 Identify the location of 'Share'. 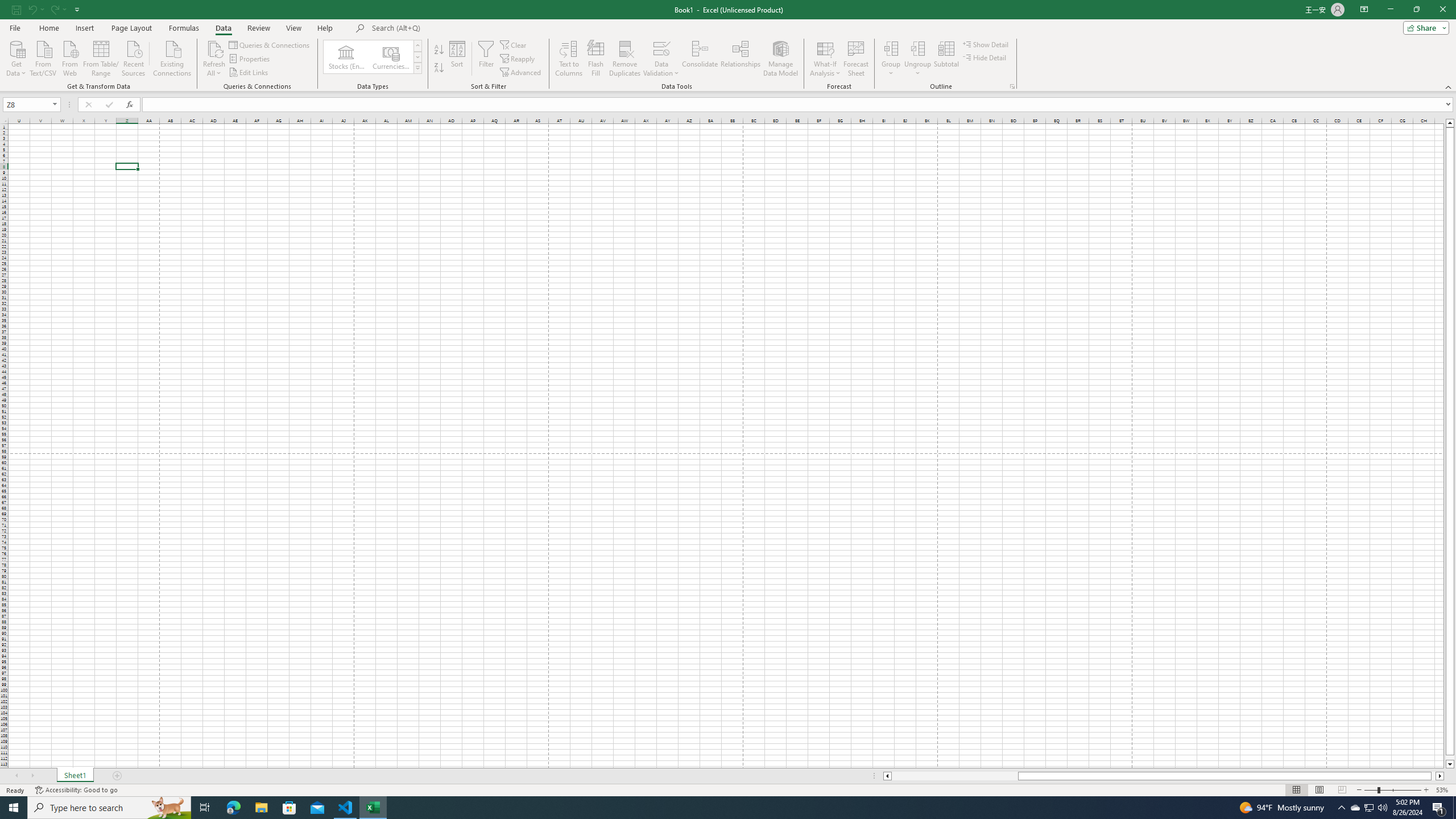
(1423, 27).